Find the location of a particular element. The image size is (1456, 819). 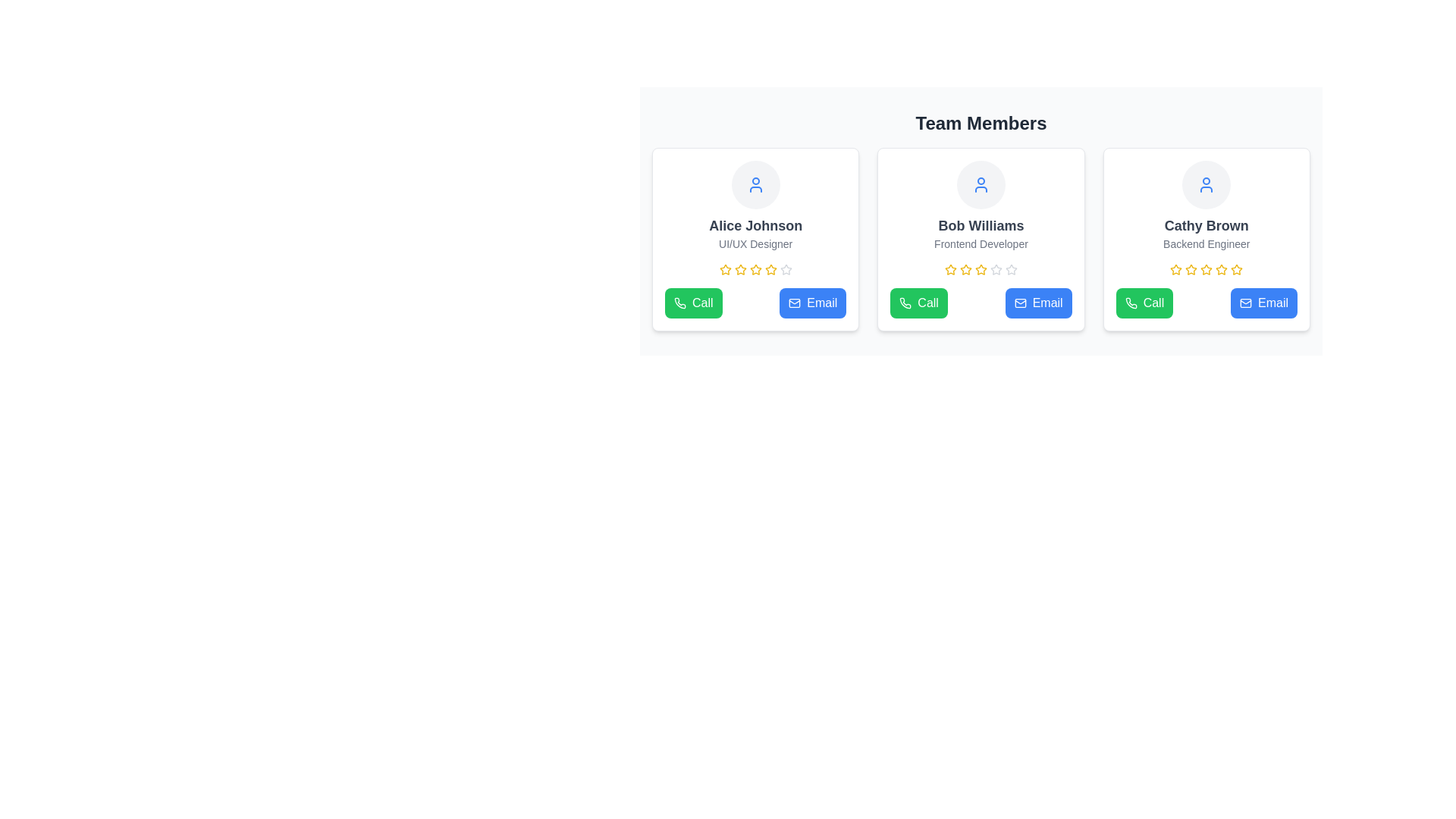

the center of the envelope icon representing the email action for 'Cathy Brown' located at the bottom-right corner of her profile card is located at coordinates (1245, 303).